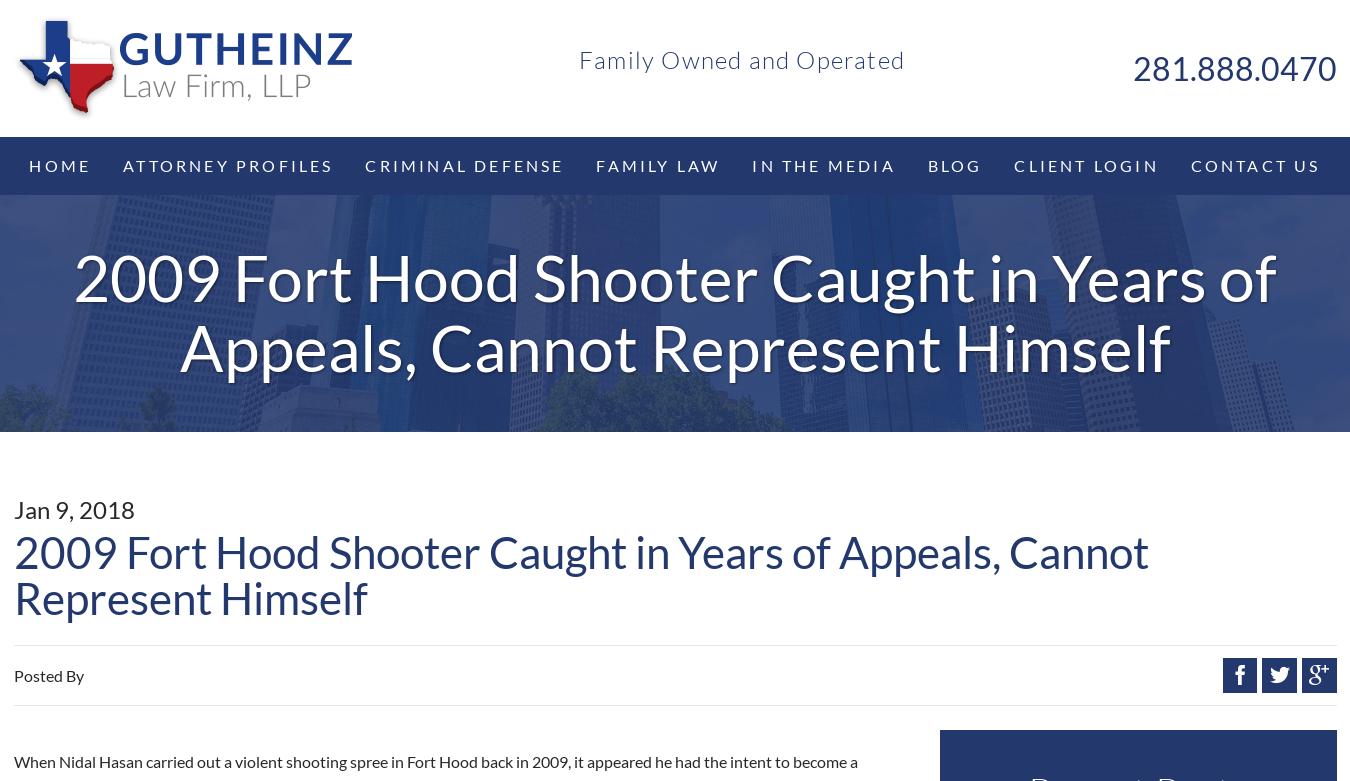  What do you see at coordinates (463, 163) in the screenshot?
I see `'Criminal Defense'` at bounding box center [463, 163].